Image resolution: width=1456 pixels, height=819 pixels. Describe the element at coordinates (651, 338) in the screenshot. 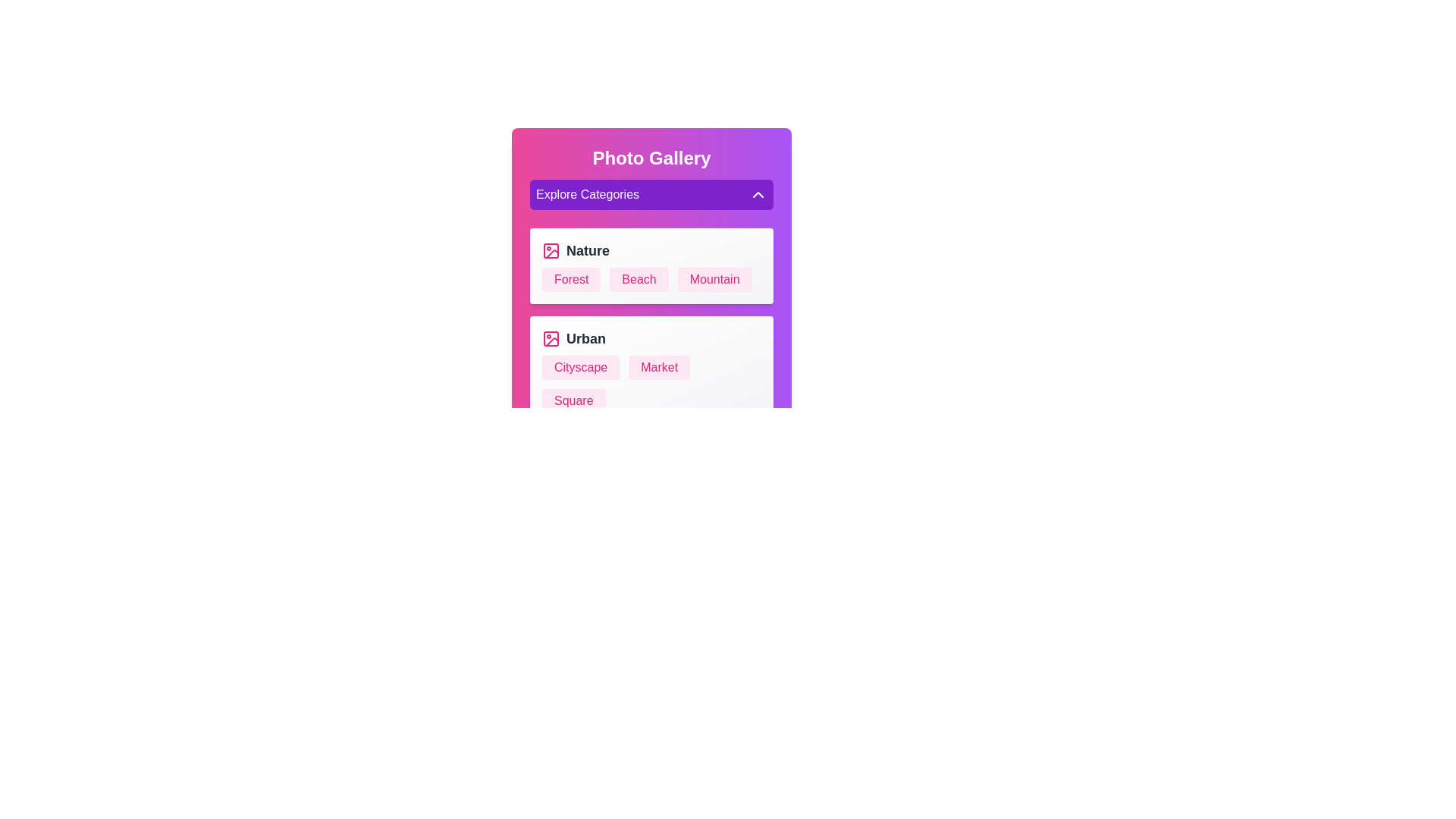

I see `the category Urban to explore it` at that location.